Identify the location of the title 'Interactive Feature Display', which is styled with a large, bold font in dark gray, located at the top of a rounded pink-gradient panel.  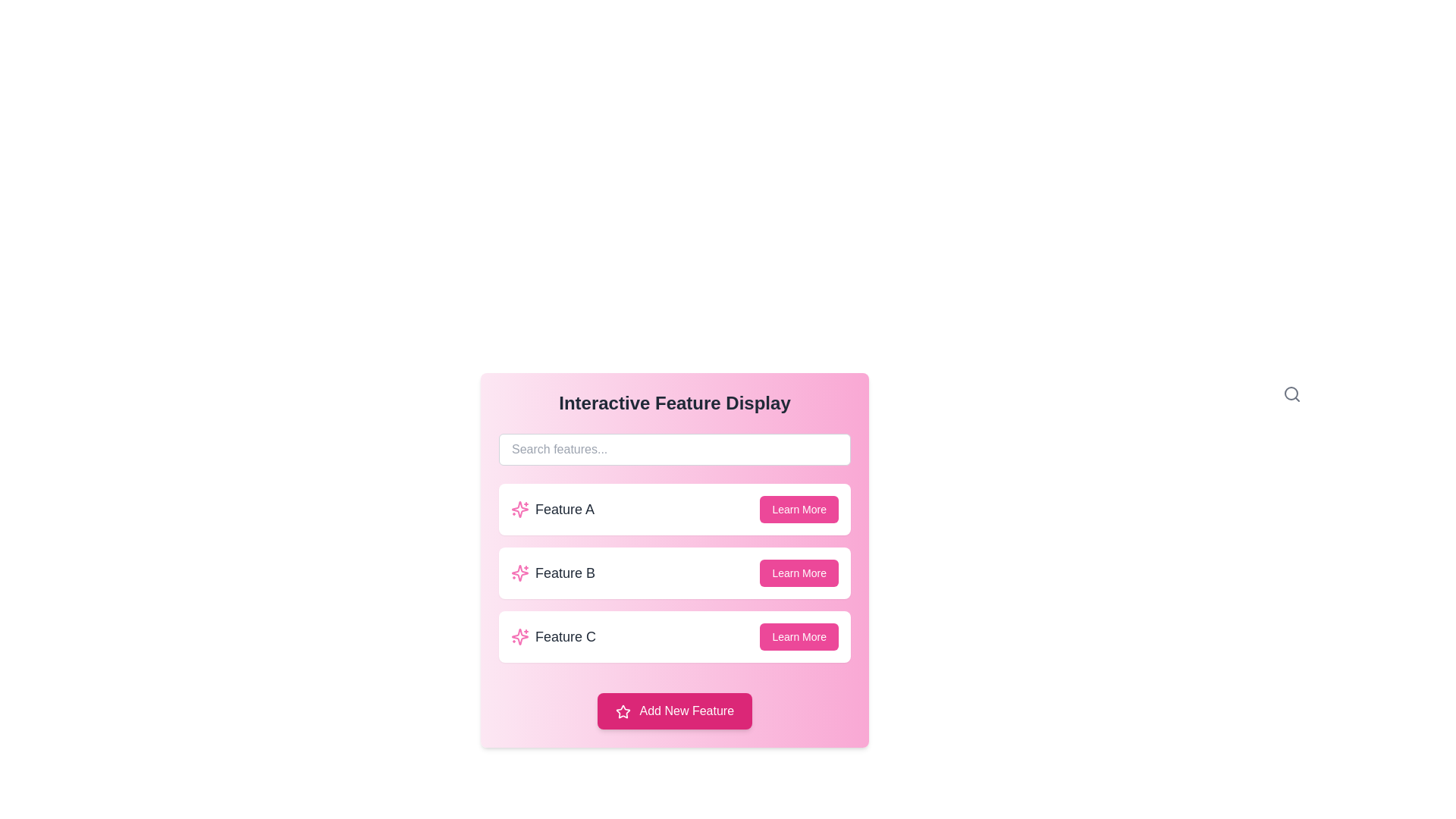
(673, 403).